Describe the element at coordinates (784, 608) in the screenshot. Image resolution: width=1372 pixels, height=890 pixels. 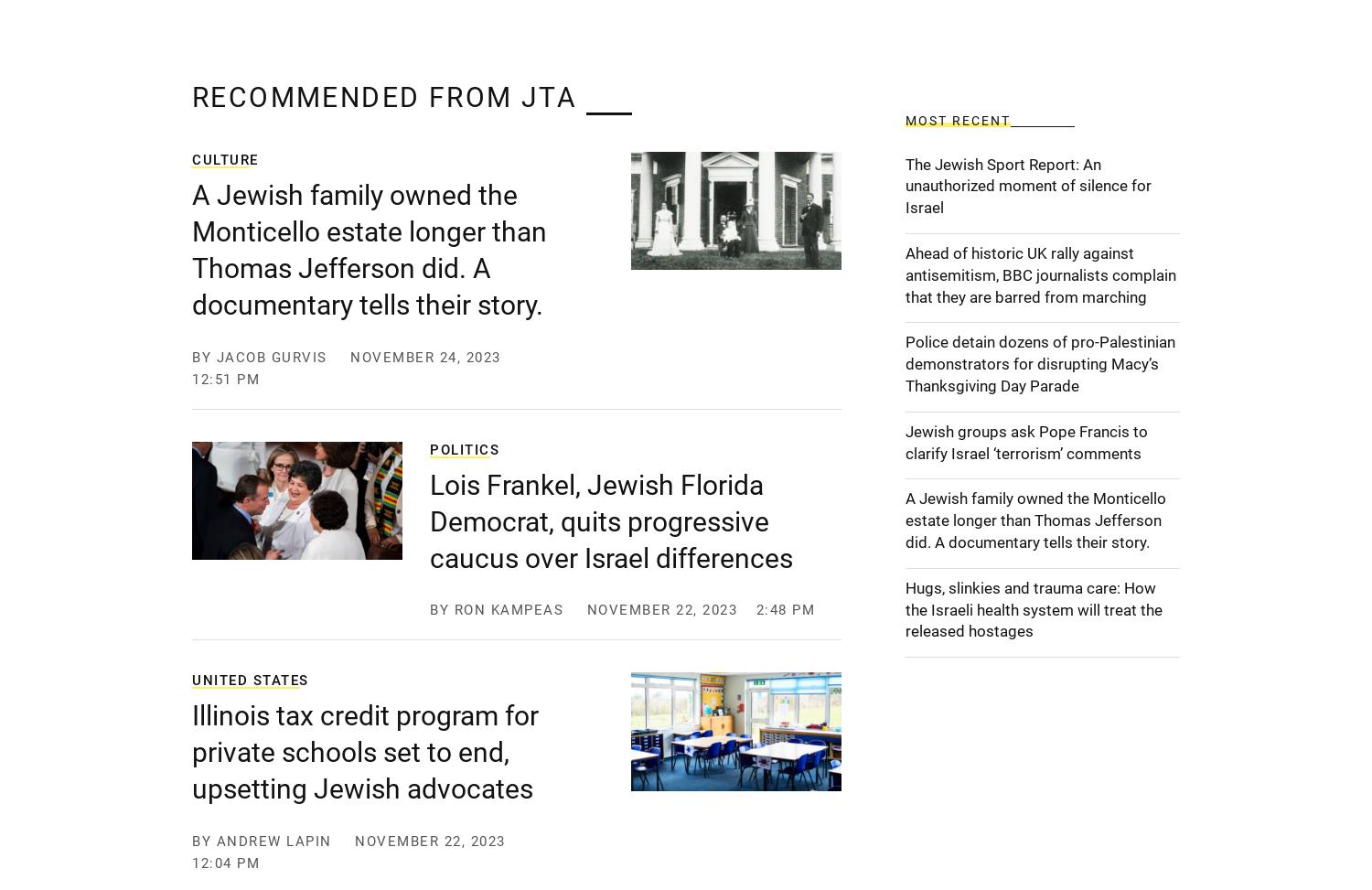
I see `'2:48 pm'` at that location.